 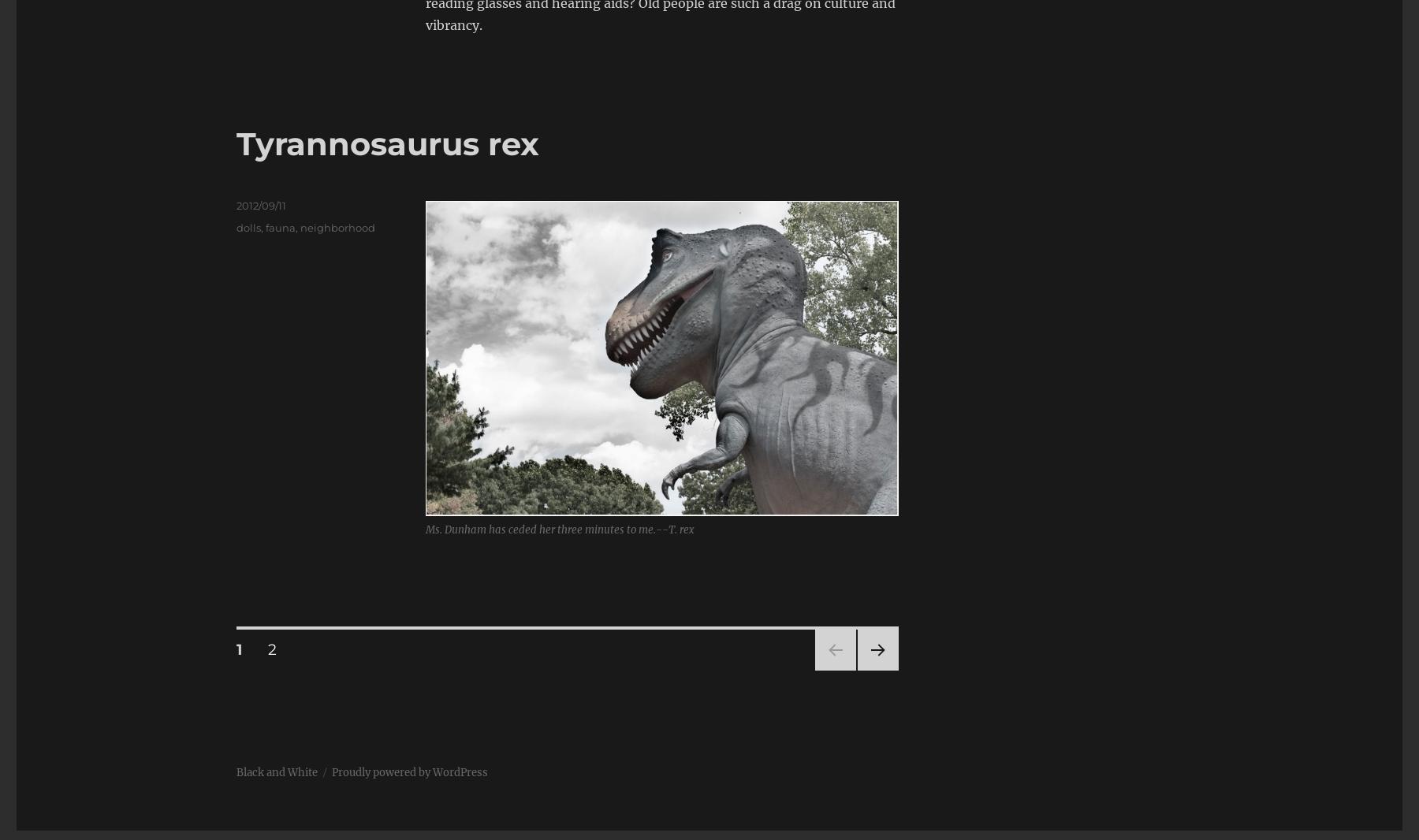 What do you see at coordinates (386, 143) in the screenshot?
I see `'Tyrannosaurus rex'` at bounding box center [386, 143].